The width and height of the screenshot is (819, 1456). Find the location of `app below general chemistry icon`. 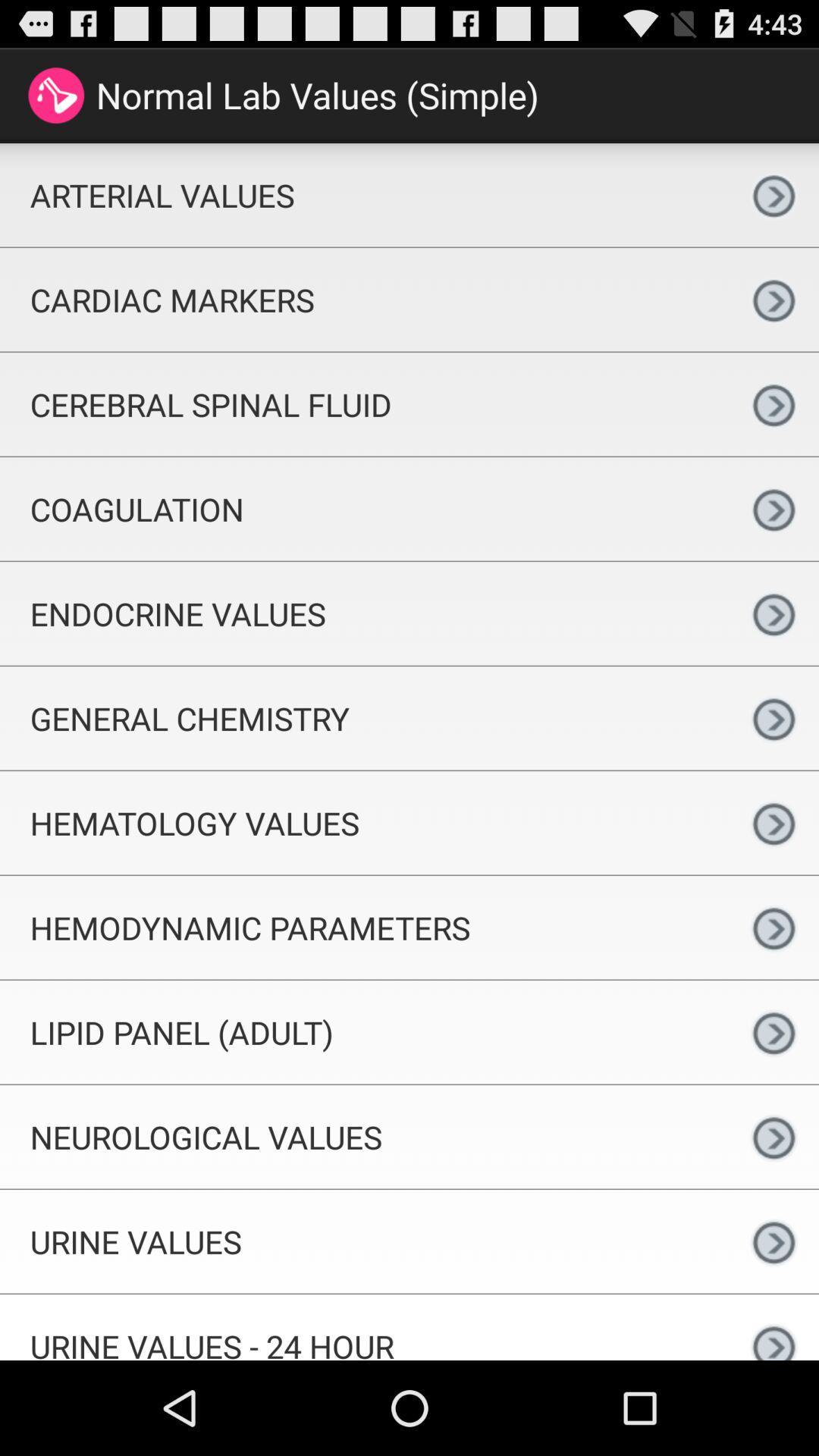

app below general chemistry icon is located at coordinates (364, 822).